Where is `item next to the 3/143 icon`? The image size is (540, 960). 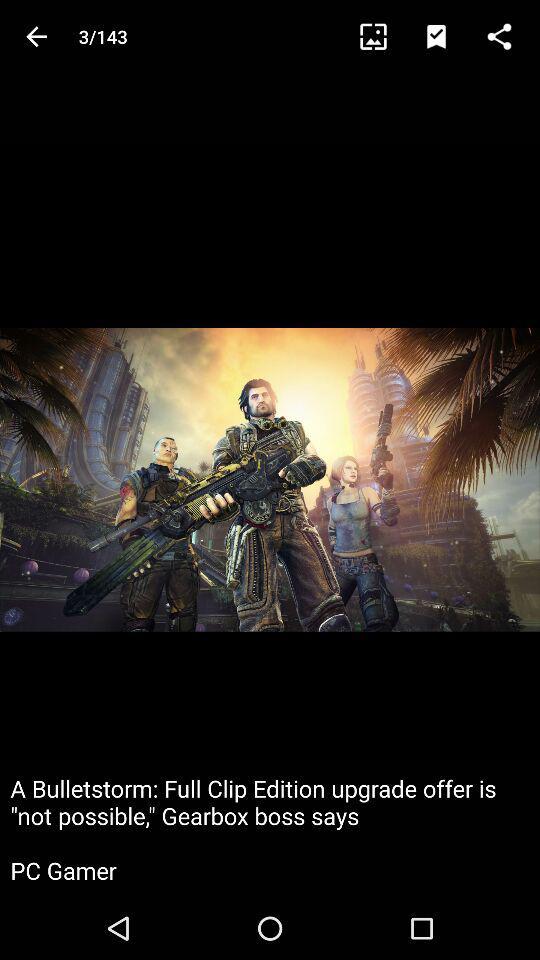
item next to the 3/143 icon is located at coordinates (36, 35).